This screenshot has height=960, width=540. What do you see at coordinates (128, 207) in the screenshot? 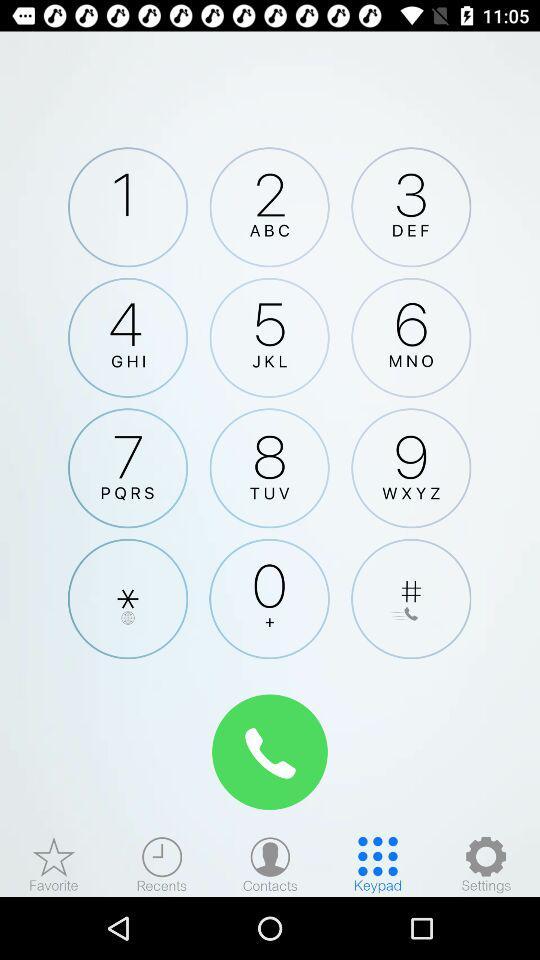
I see `keypad numeral one` at bounding box center [128, 207].